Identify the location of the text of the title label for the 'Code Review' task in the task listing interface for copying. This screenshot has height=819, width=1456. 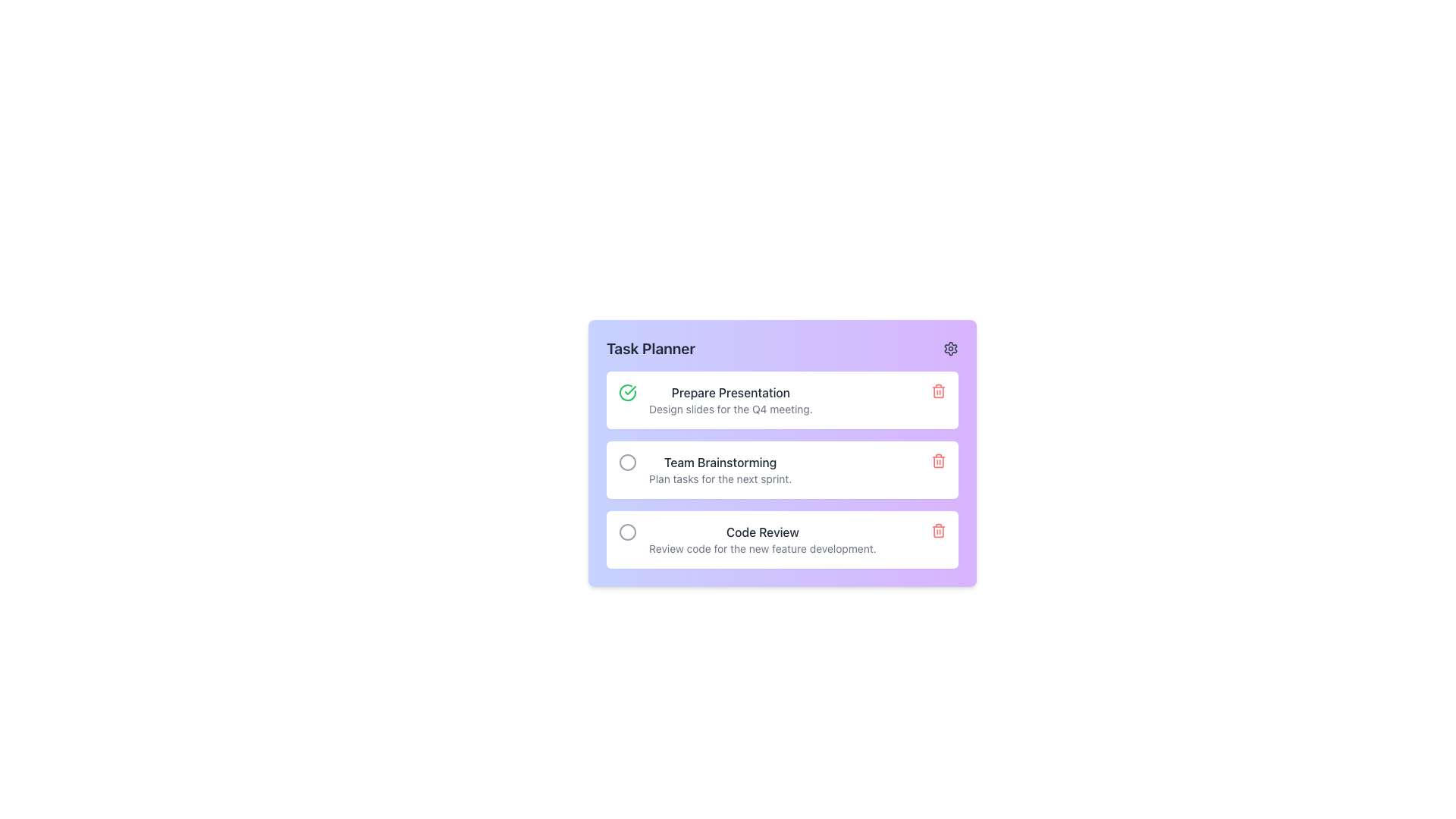
(762, 532).